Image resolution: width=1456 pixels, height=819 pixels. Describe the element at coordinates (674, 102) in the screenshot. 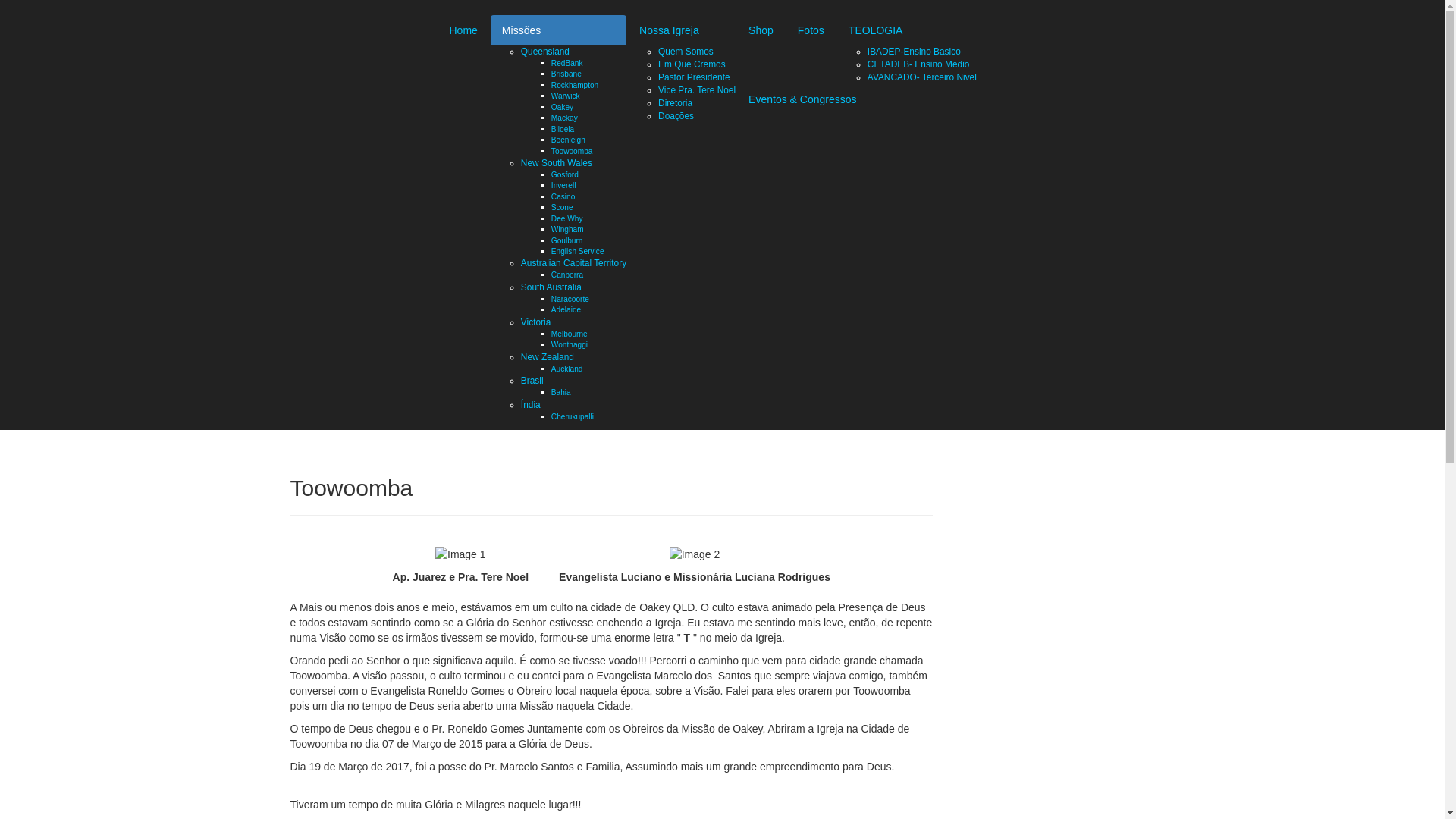

I see `'Diretoria'` at that location.